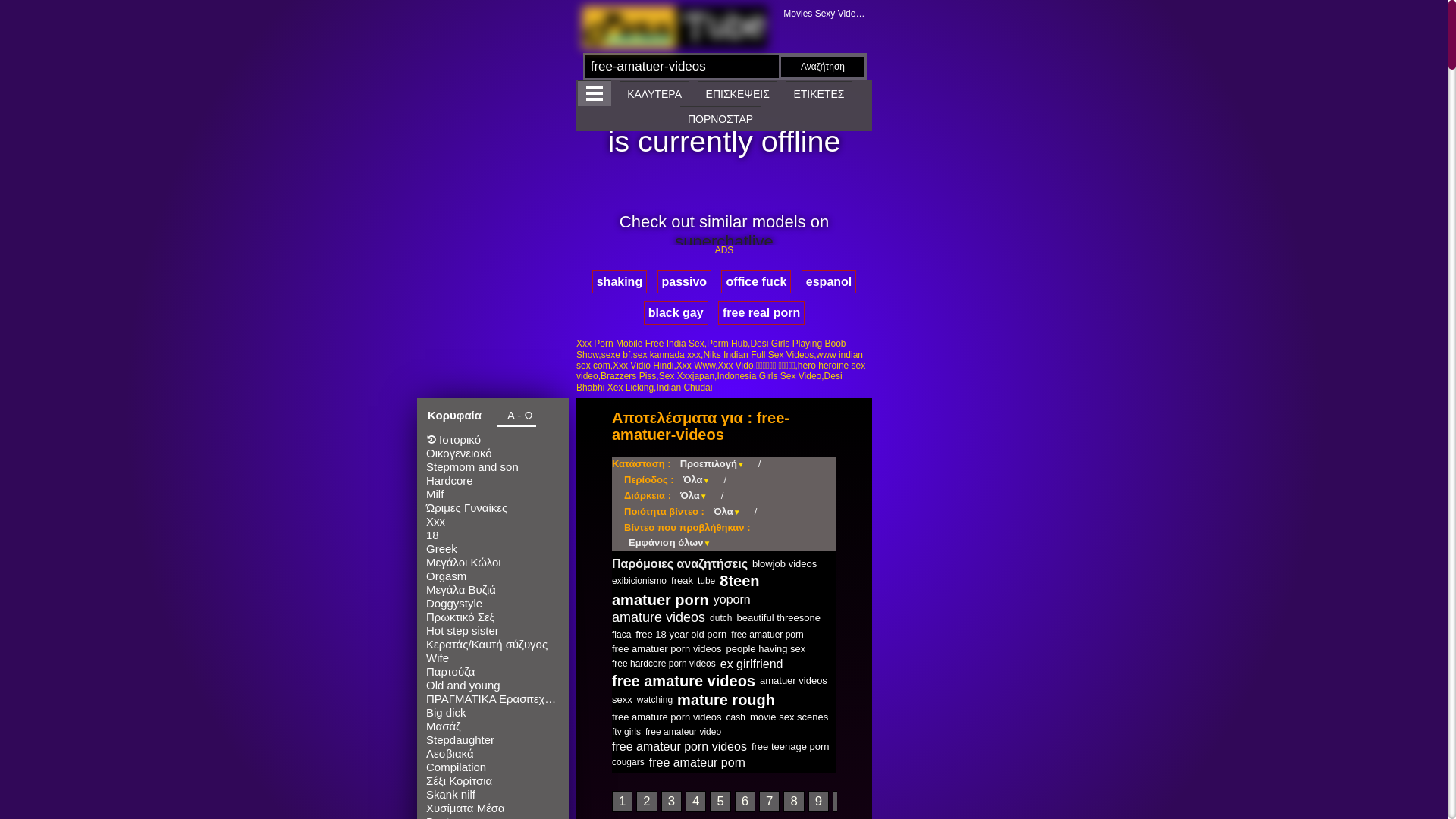  Describe the element at coordinates (425, 767) in the screenshot. I see `'Compilation'` at that location.